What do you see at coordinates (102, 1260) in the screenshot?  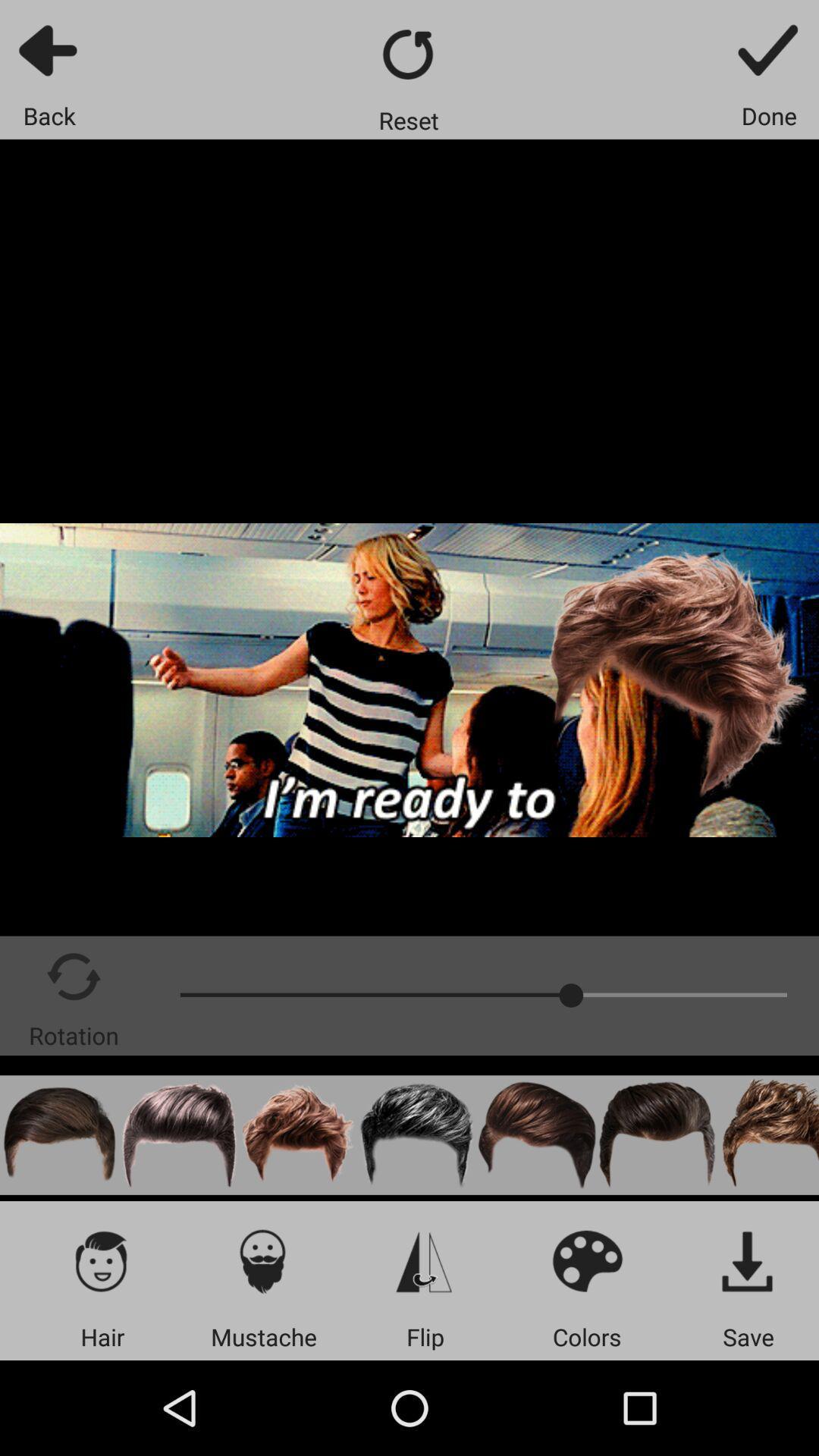 I see `hair type` at bounding box center [102, 1260].